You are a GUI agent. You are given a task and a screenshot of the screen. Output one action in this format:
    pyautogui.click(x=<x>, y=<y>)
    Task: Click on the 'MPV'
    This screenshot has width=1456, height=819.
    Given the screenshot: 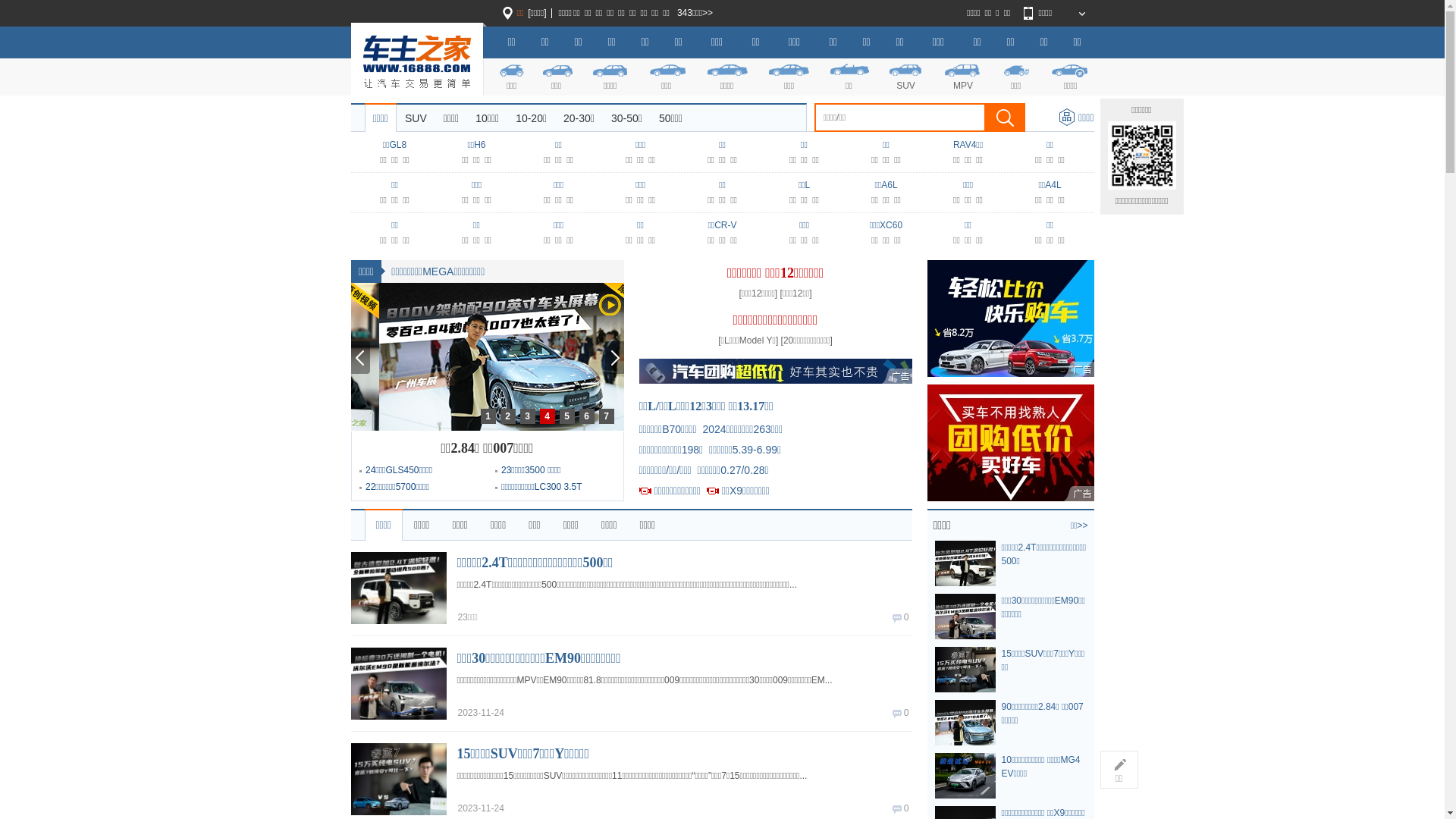 What is the action you would take?
    pyautogui.click(x=962, y=75)
    